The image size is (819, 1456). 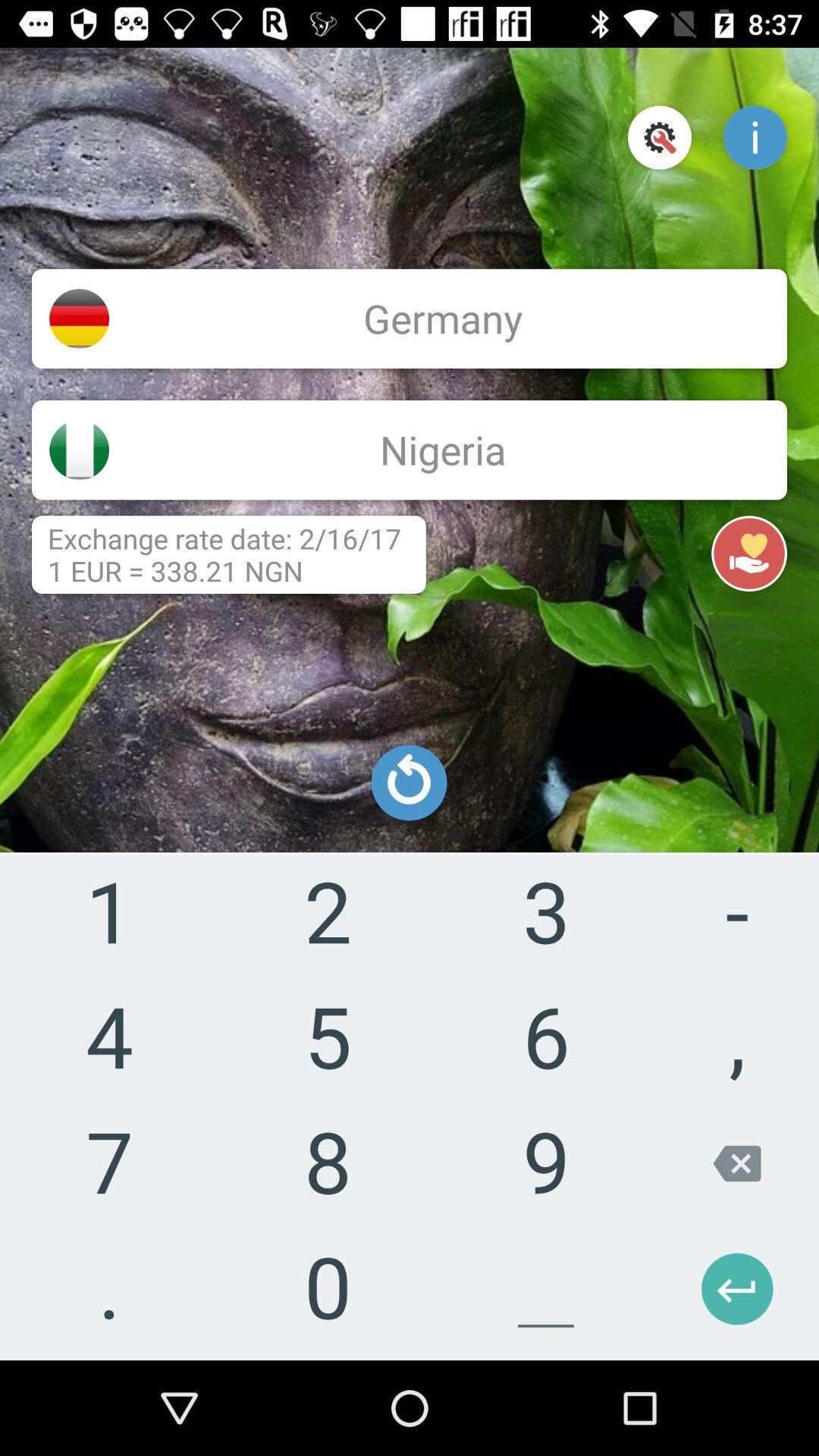 I want to click on the settings icon, so click(x=659, y=137).